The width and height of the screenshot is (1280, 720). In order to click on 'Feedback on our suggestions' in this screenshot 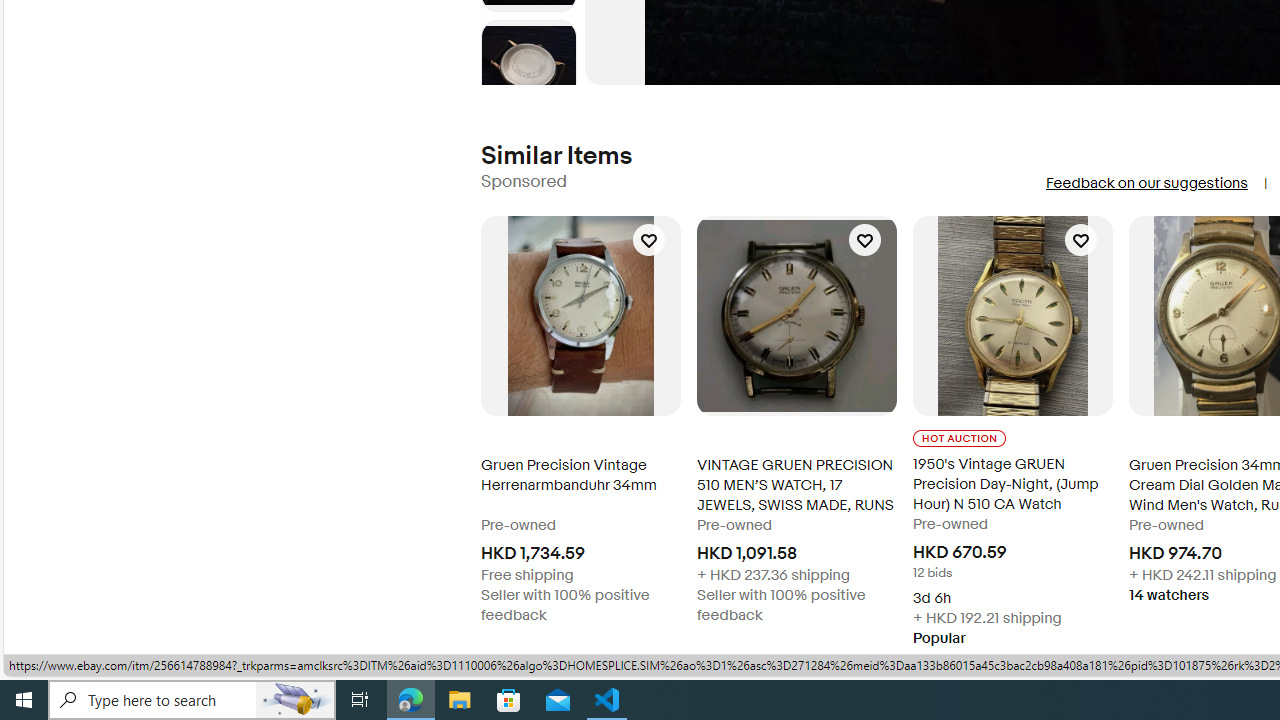, I will do `click(1146, 183)`.